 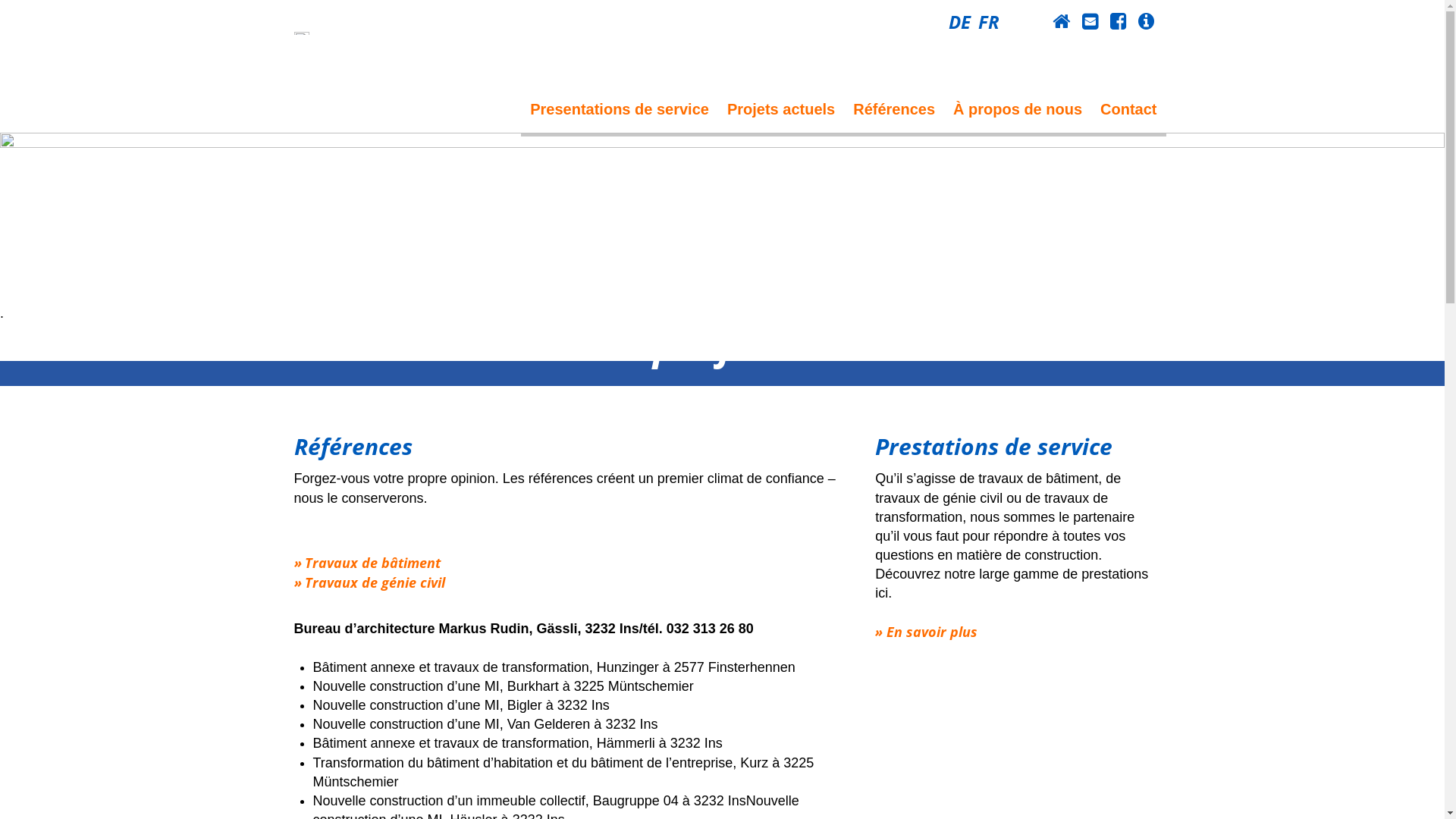 What do you see at coordinates (619, 108) in the screenshot?
I see `'Presentations de service'` at bounding box center [619, 108].